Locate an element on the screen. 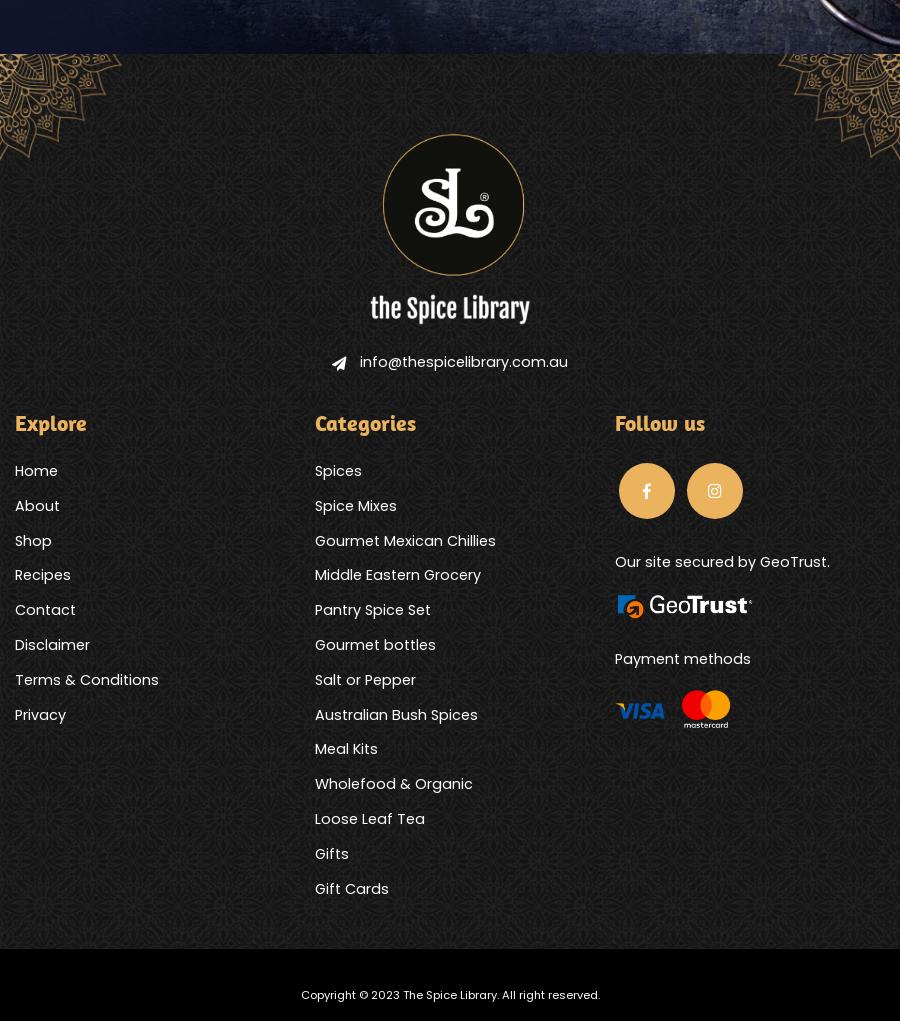  'Payment methods' is located at coordinates (613, 657).